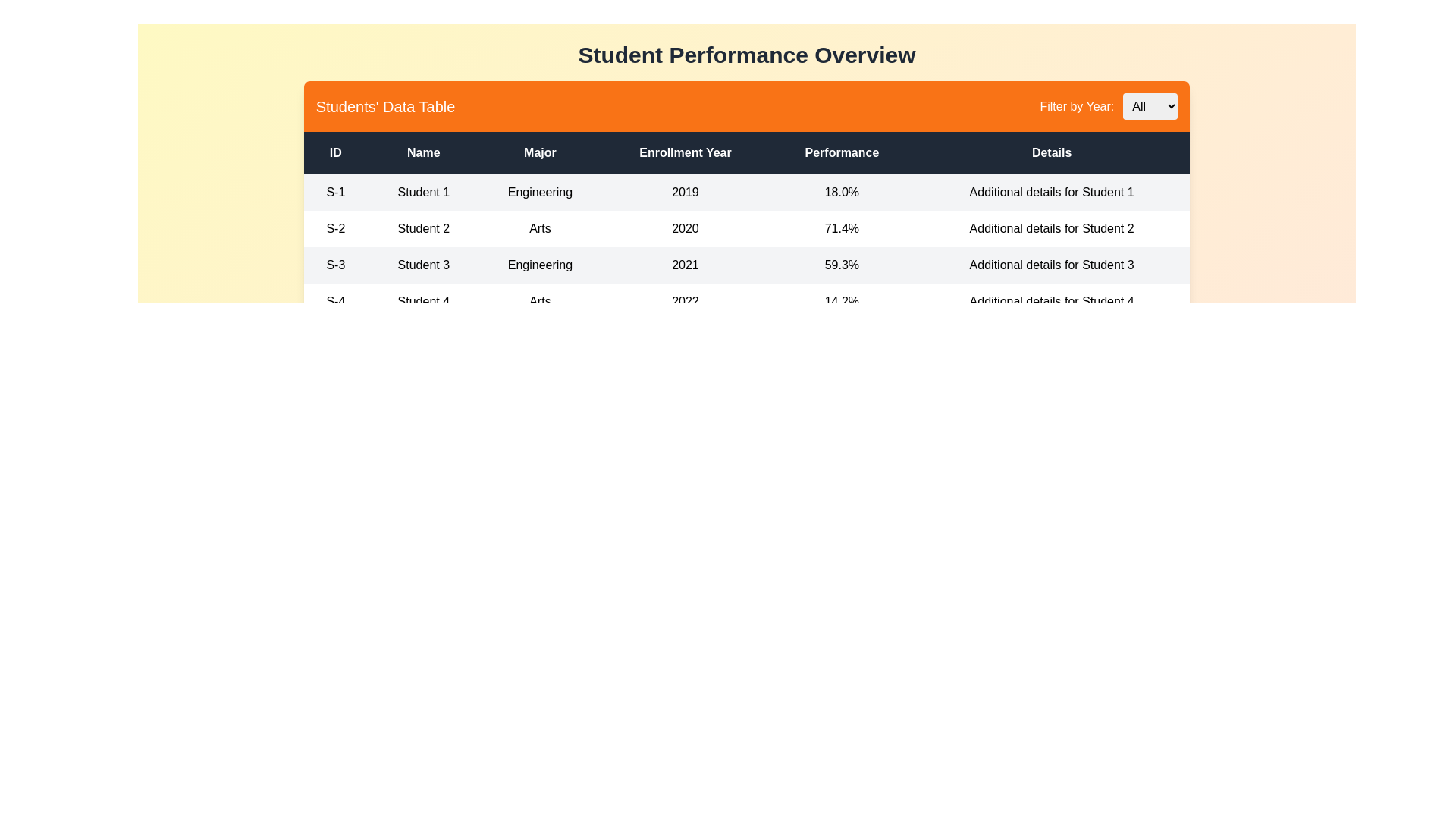 The image size is (1456, 819). Describe the element at coordinates (1051, 152) in the screenshot. I see `the column header Details to sort the table by that column` at that location.